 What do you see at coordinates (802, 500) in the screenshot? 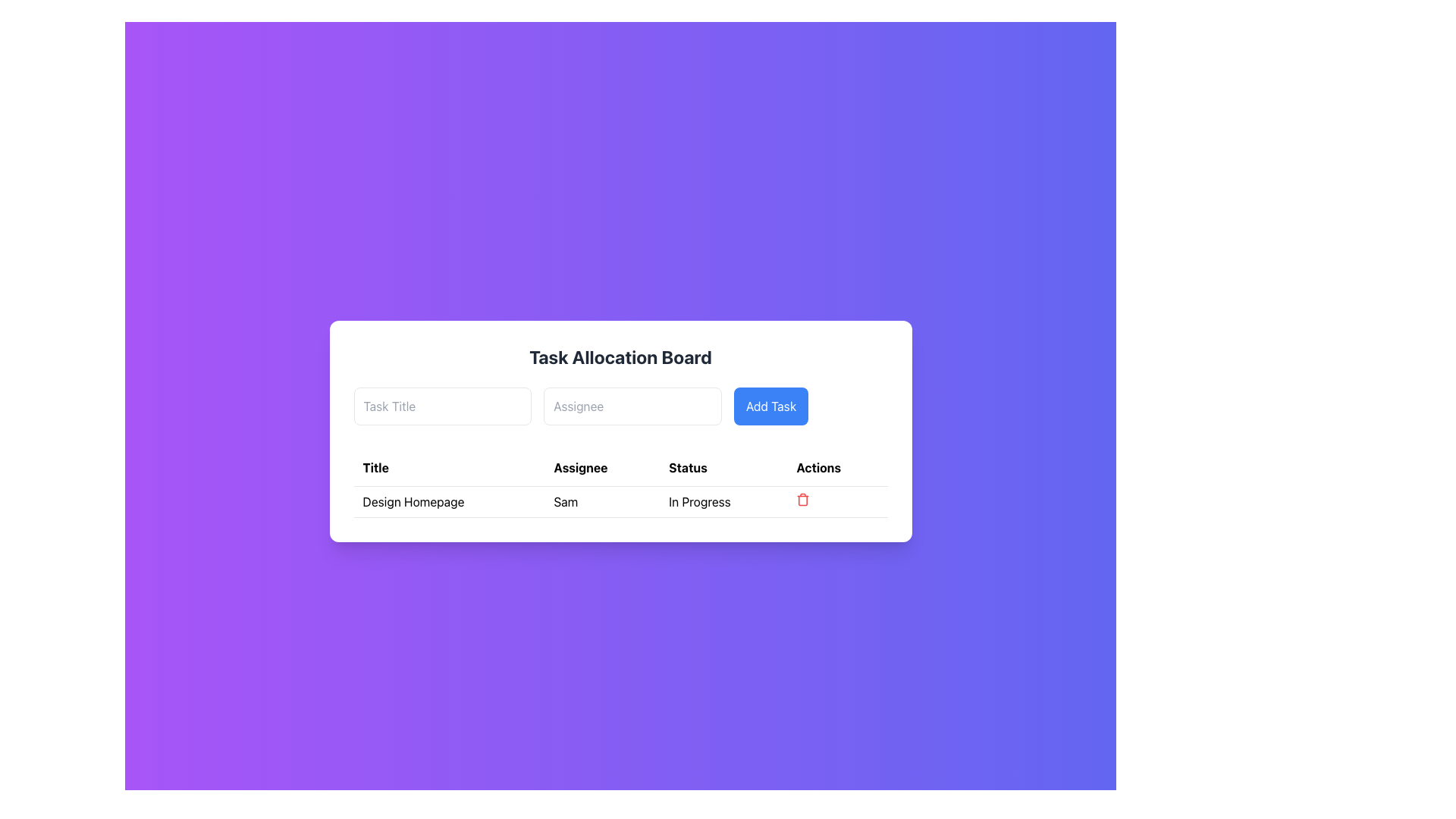
I see `the delete button located at the far-right of the task row in the Actions column` at bounding box center [802, 500].